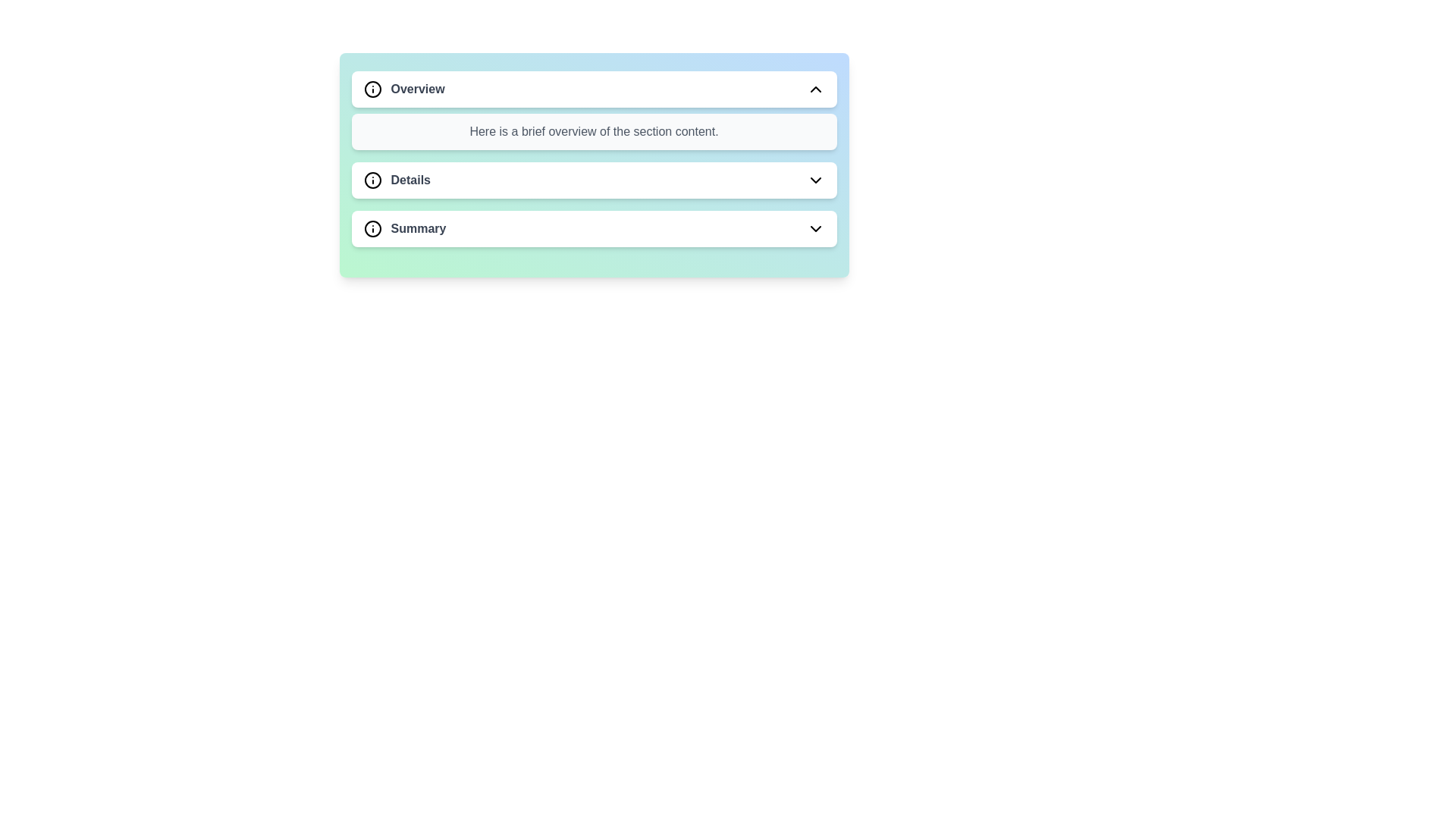  I want to click on the Text label with an accompanying icon that indicates a summary for a collapsible panel, located below the 'Overview' and 'Details' items, so click(404, 228).